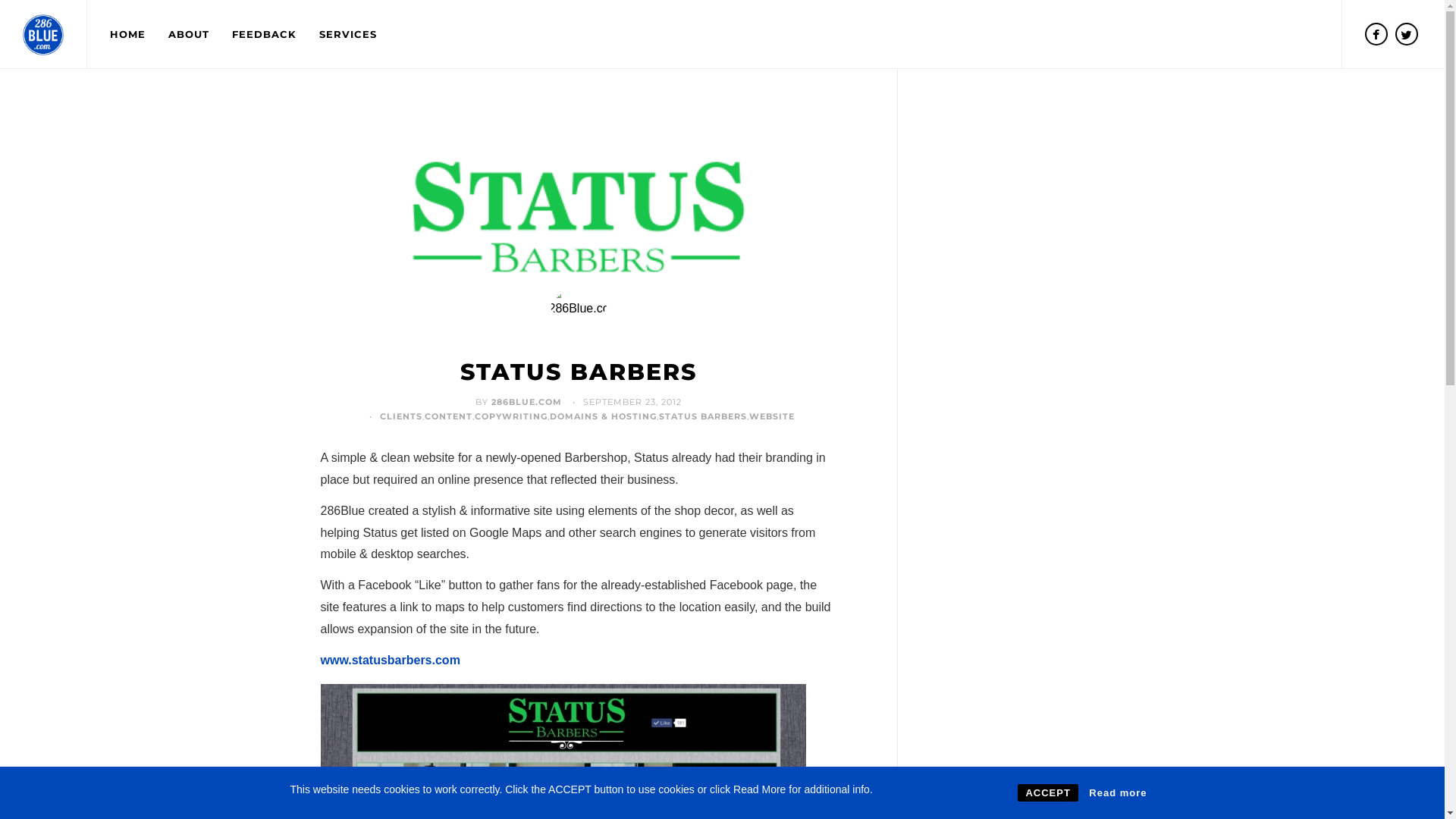 This screenshot has width=1456, height=819. I want to click on 'CLIENTS', so click(379, 416).